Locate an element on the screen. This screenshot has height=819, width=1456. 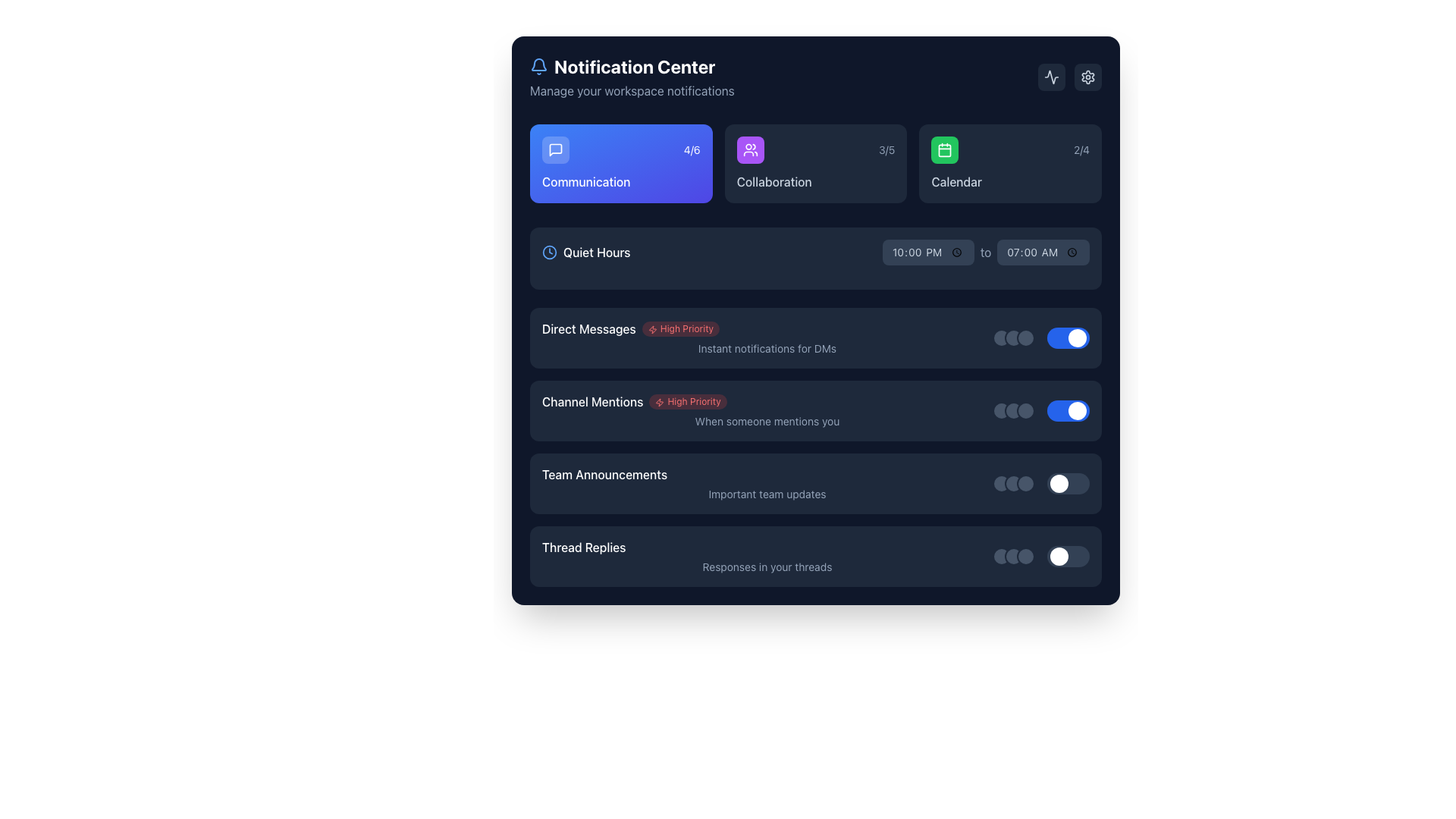
the Button element styled with a rounded rectangular background and a dark slate color theme, which contains a waveform icon is located at coordinates (1051, 77).